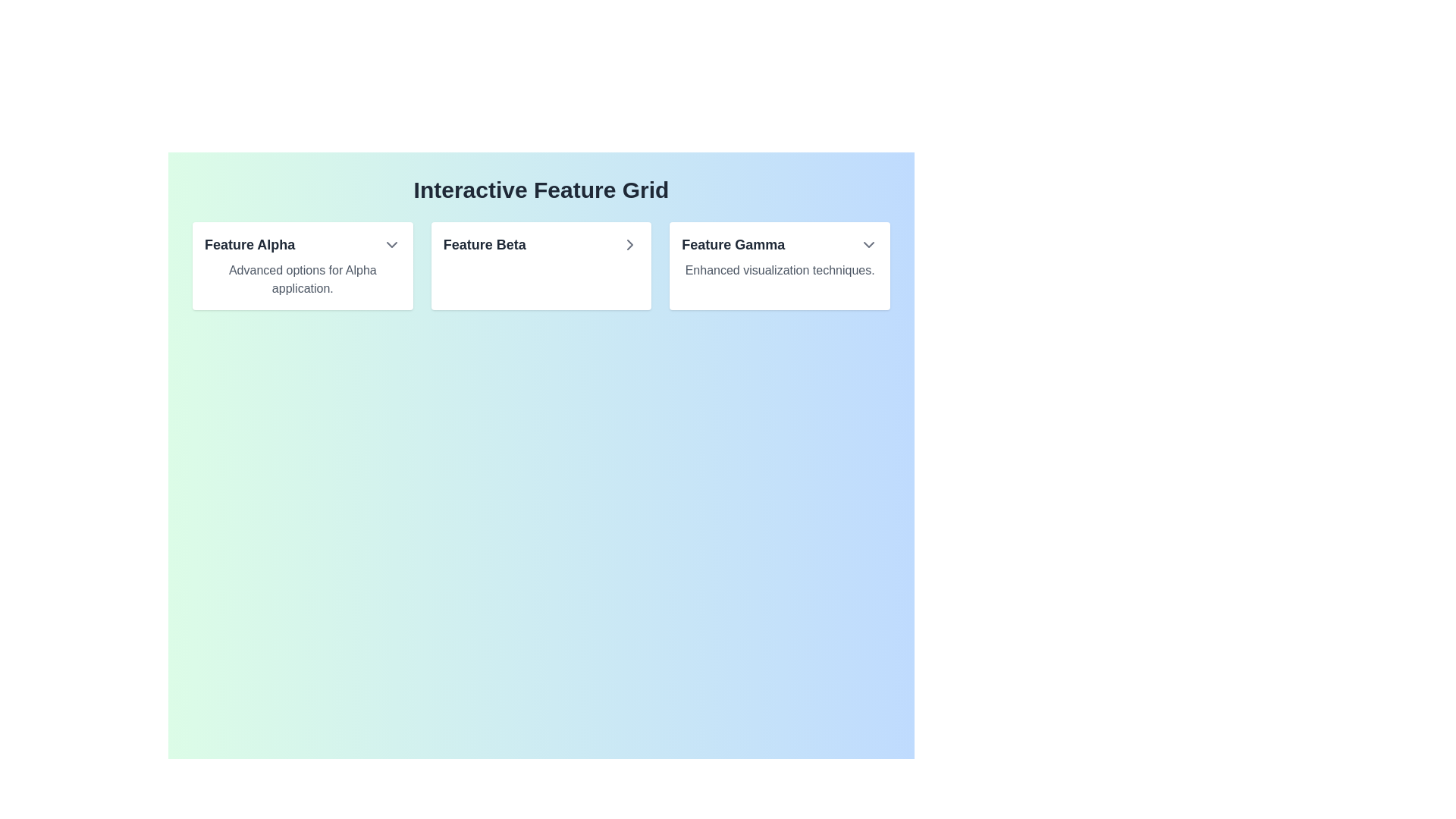 This screenshot has width=1456, height=819. What do you see at coordinates (391, 244) in the screenshot?
I see `the Dropdown indicator for 'Feature Alpha' to observe the style change` at bounding box center [391, 244].